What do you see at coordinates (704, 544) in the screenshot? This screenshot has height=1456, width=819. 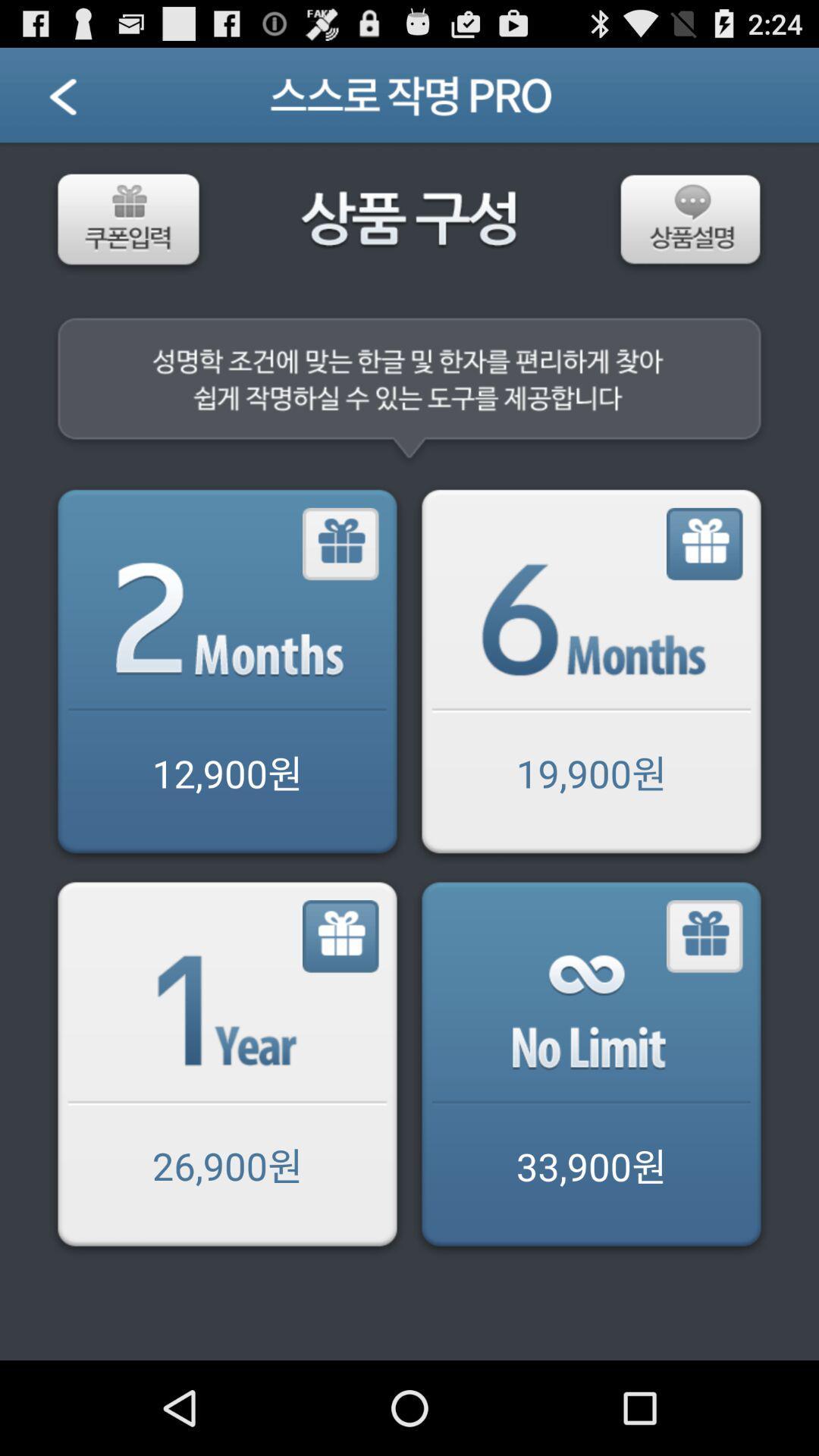 I see `months` at bounding box center [704, 544].